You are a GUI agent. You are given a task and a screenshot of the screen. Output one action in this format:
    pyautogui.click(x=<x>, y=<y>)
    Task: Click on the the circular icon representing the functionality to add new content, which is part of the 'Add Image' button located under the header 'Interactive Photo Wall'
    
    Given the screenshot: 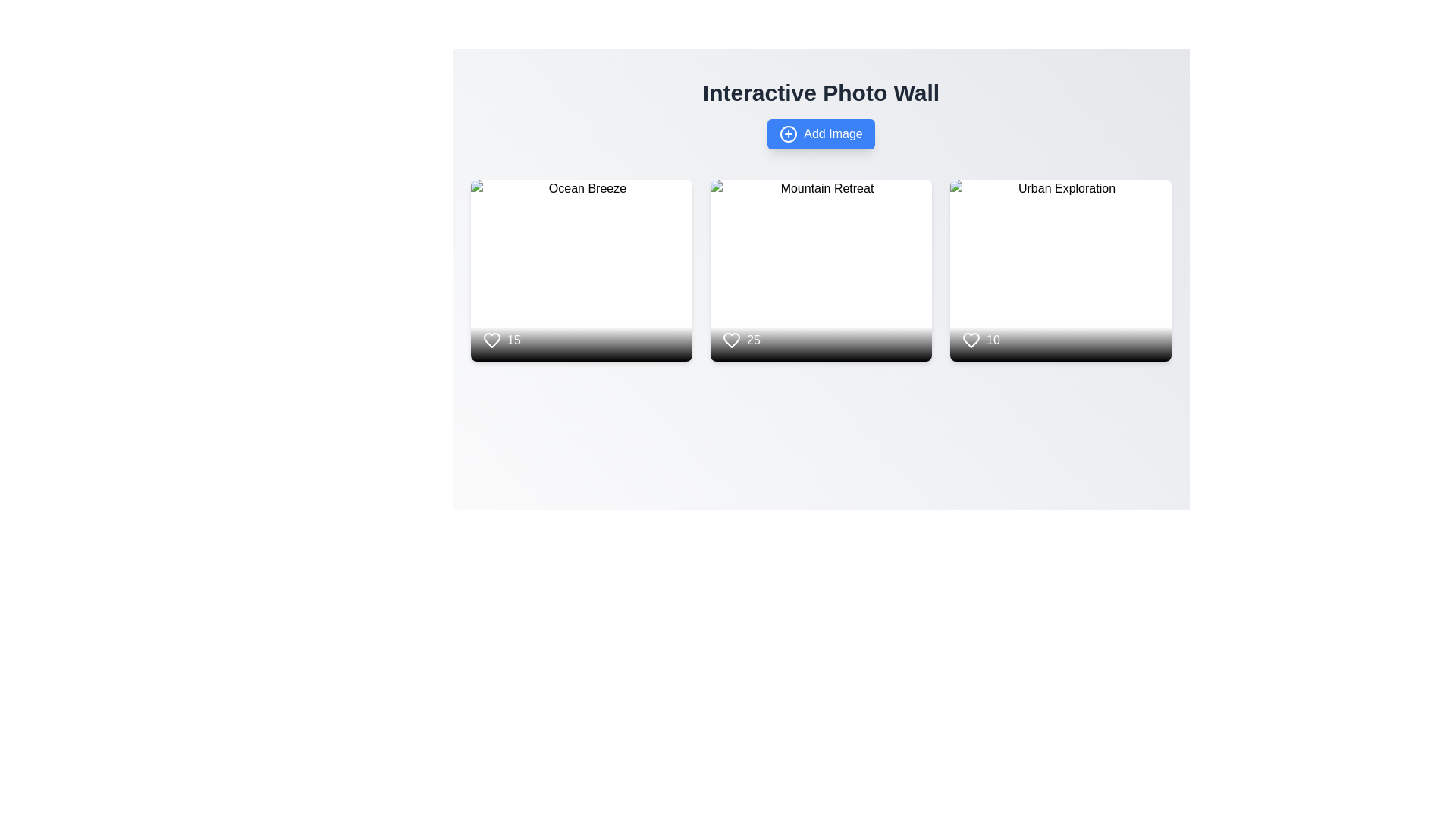 What is the action you would take?
    pyautogui.click(x=789, y=133)
    